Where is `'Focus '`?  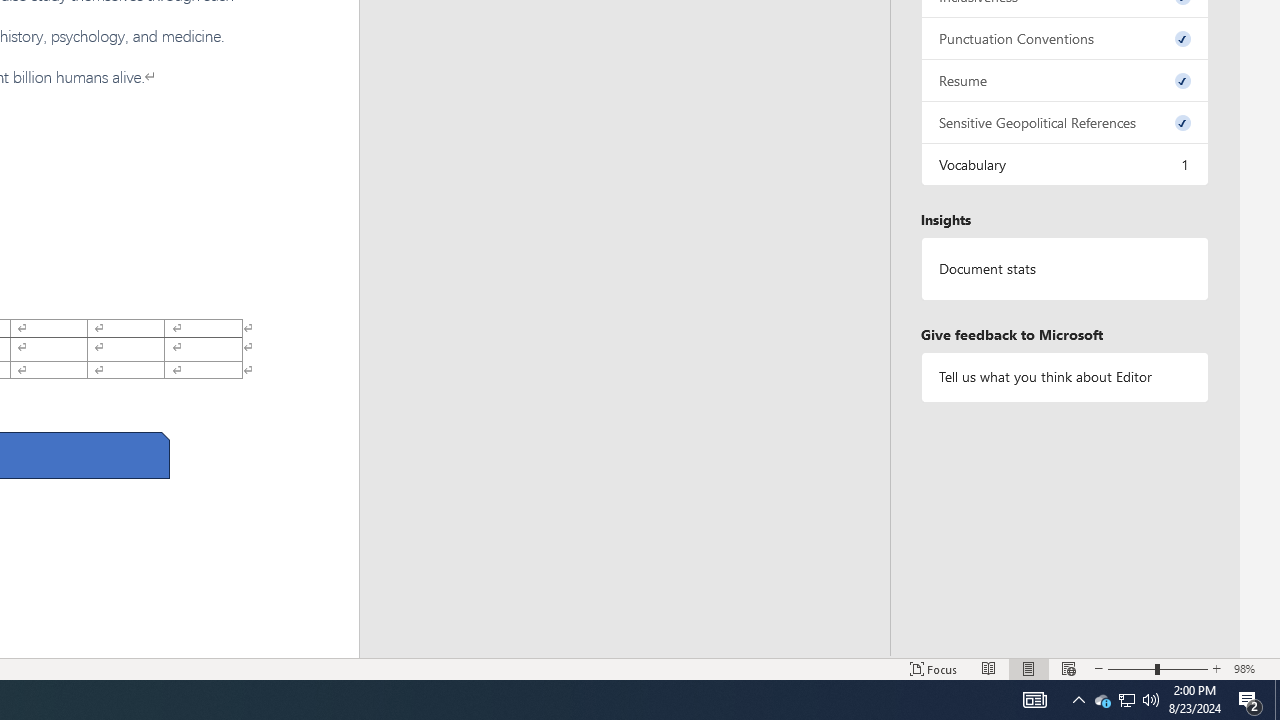 'Focus ' is located at coordinates (933, 669).